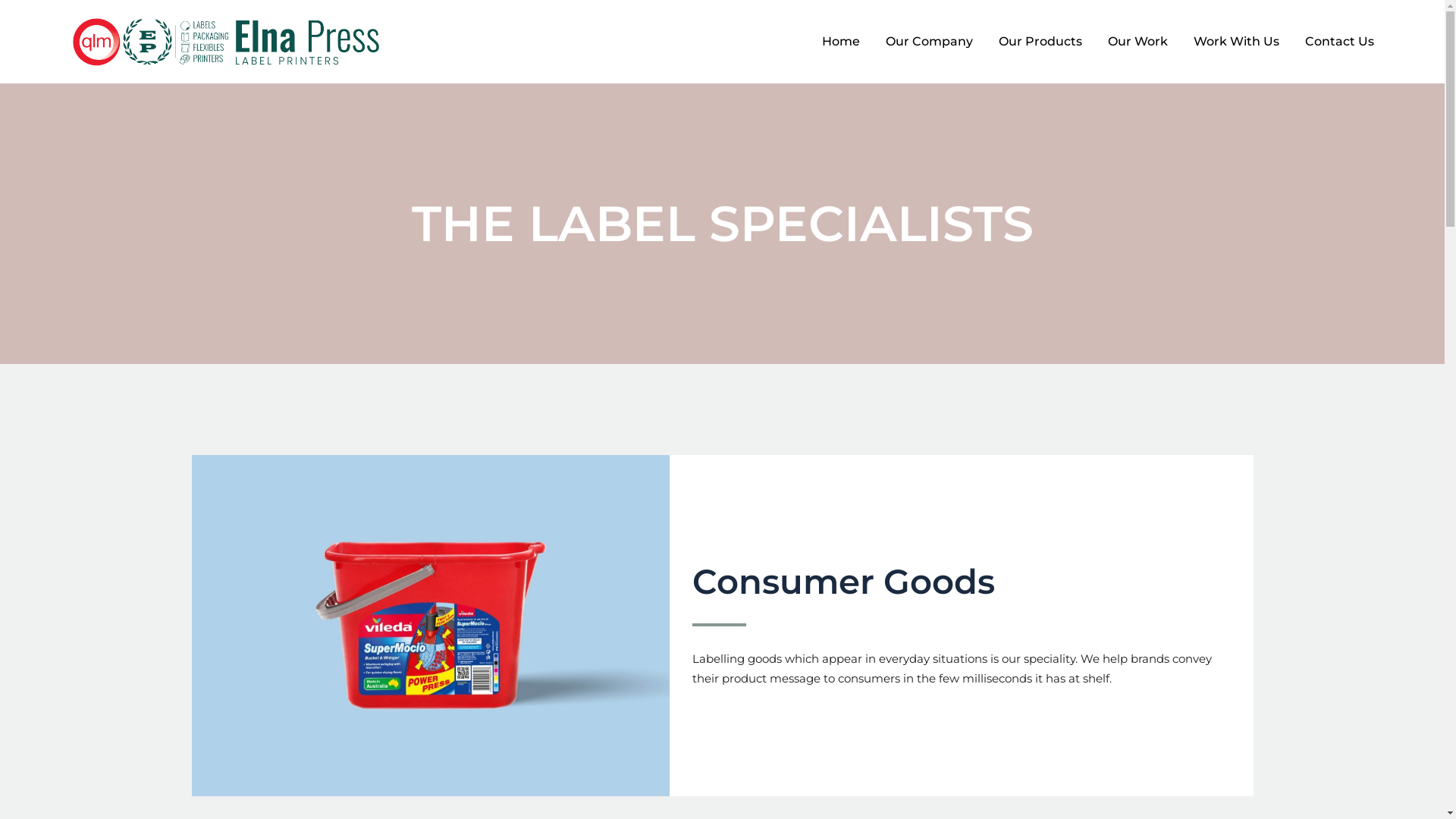 Image resolution: width=1456 pixels, height=819 pixels. I want to click on 'Home', so click(839, 40).